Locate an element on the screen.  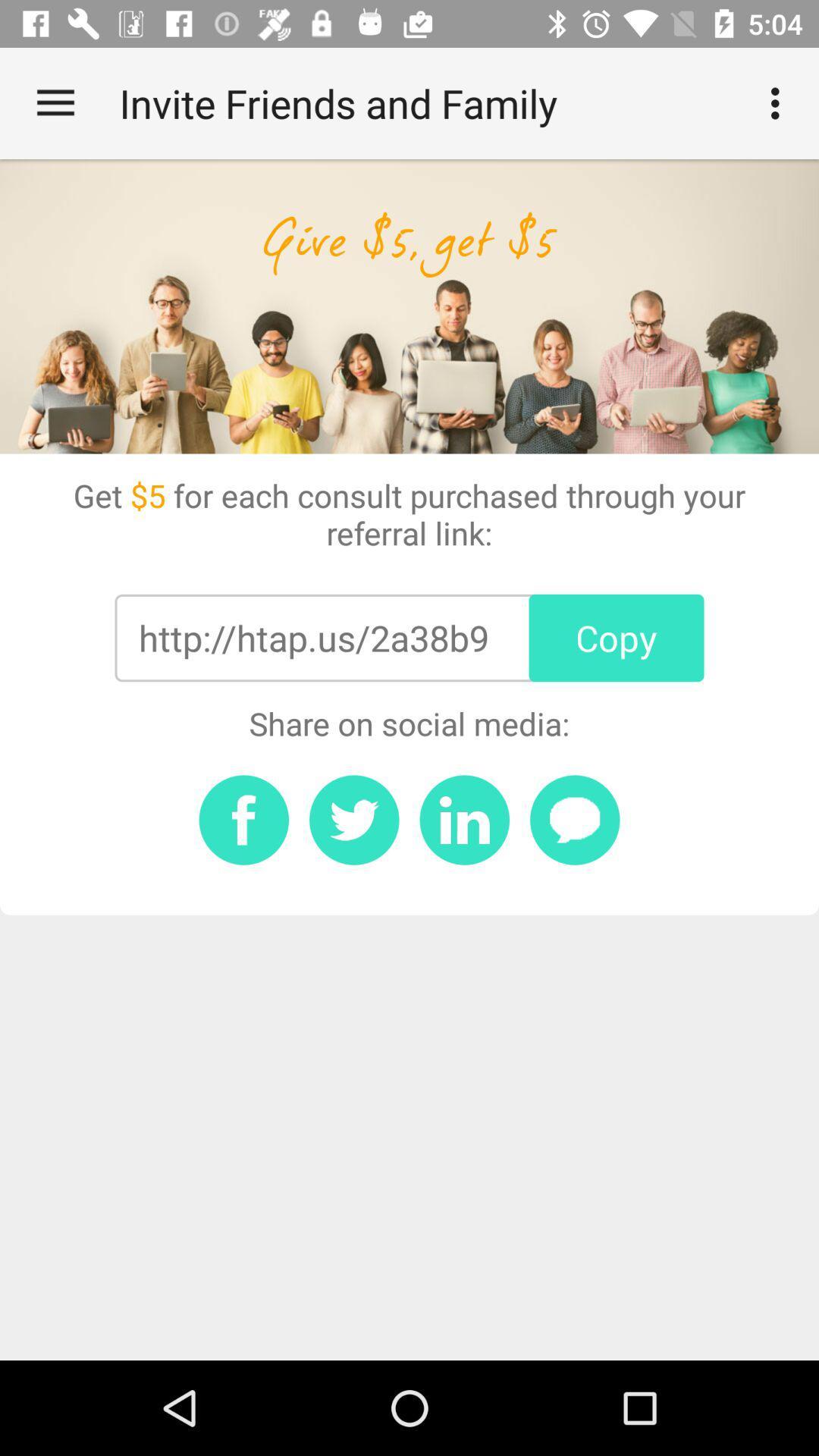
open a dialog box is located at coordinates (575, 819).